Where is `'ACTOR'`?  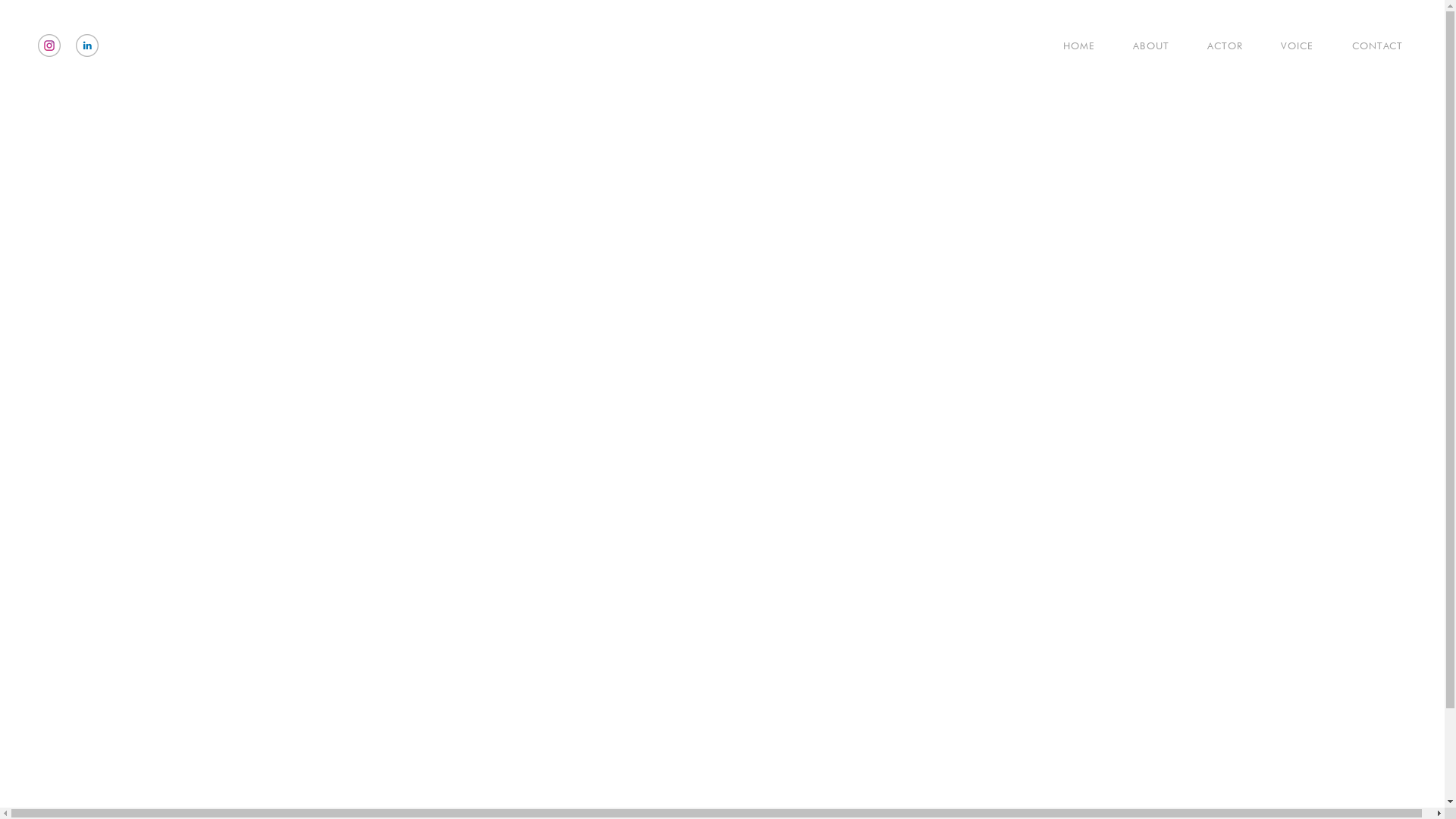 'ACTOR' is located at coordinates (1209, 45).